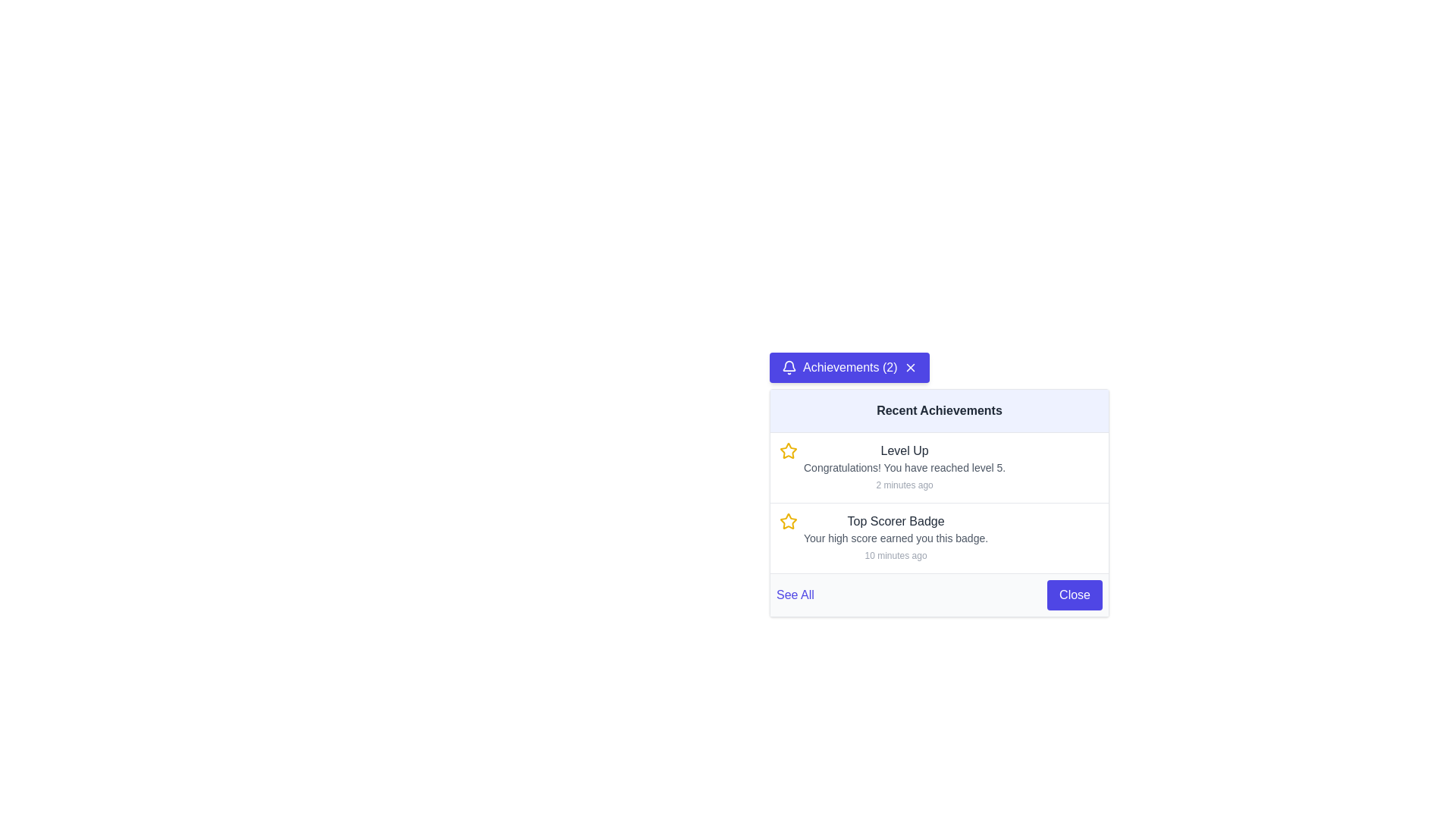  Describe the element at coordinates (789, 520) in the screenshot. I see `the yellow star icon with a hollow center located in the 'Recent Achievements' section, to the left of the text 'Level Up'` at that location.